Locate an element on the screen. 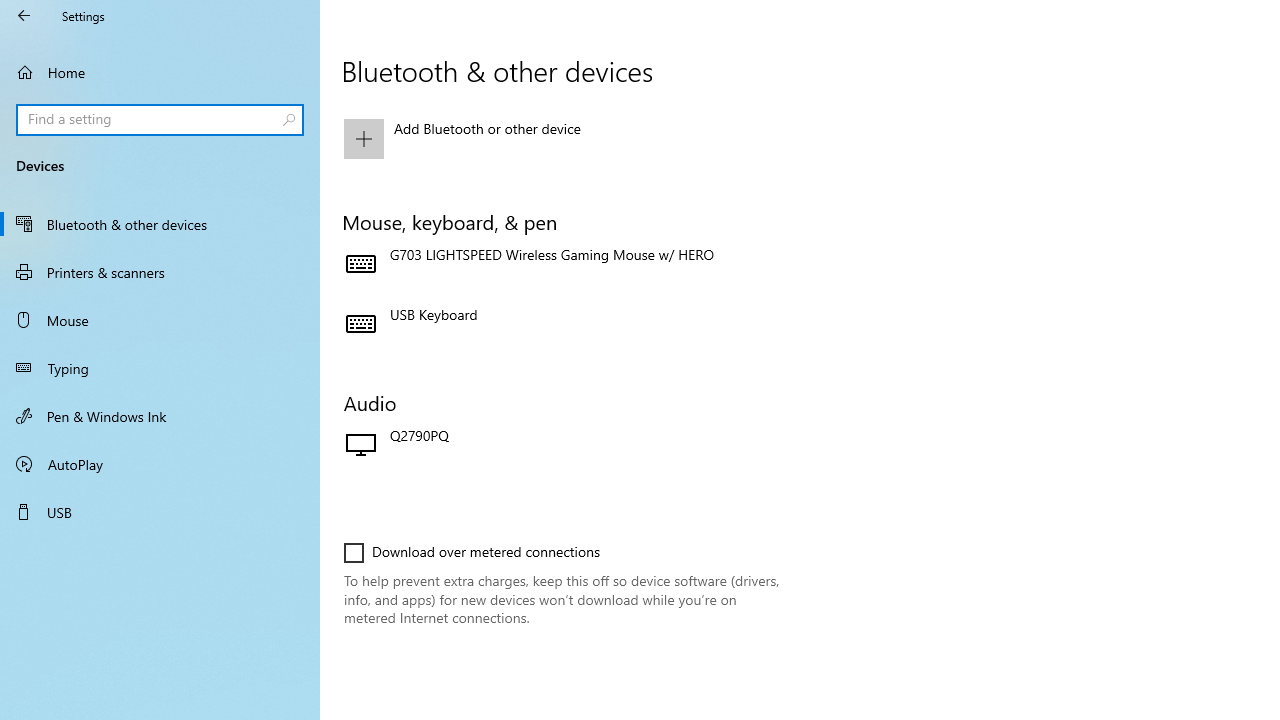 This screenshot has height=720, width=1280. 'Typing' is located at coordinates (160, 367).